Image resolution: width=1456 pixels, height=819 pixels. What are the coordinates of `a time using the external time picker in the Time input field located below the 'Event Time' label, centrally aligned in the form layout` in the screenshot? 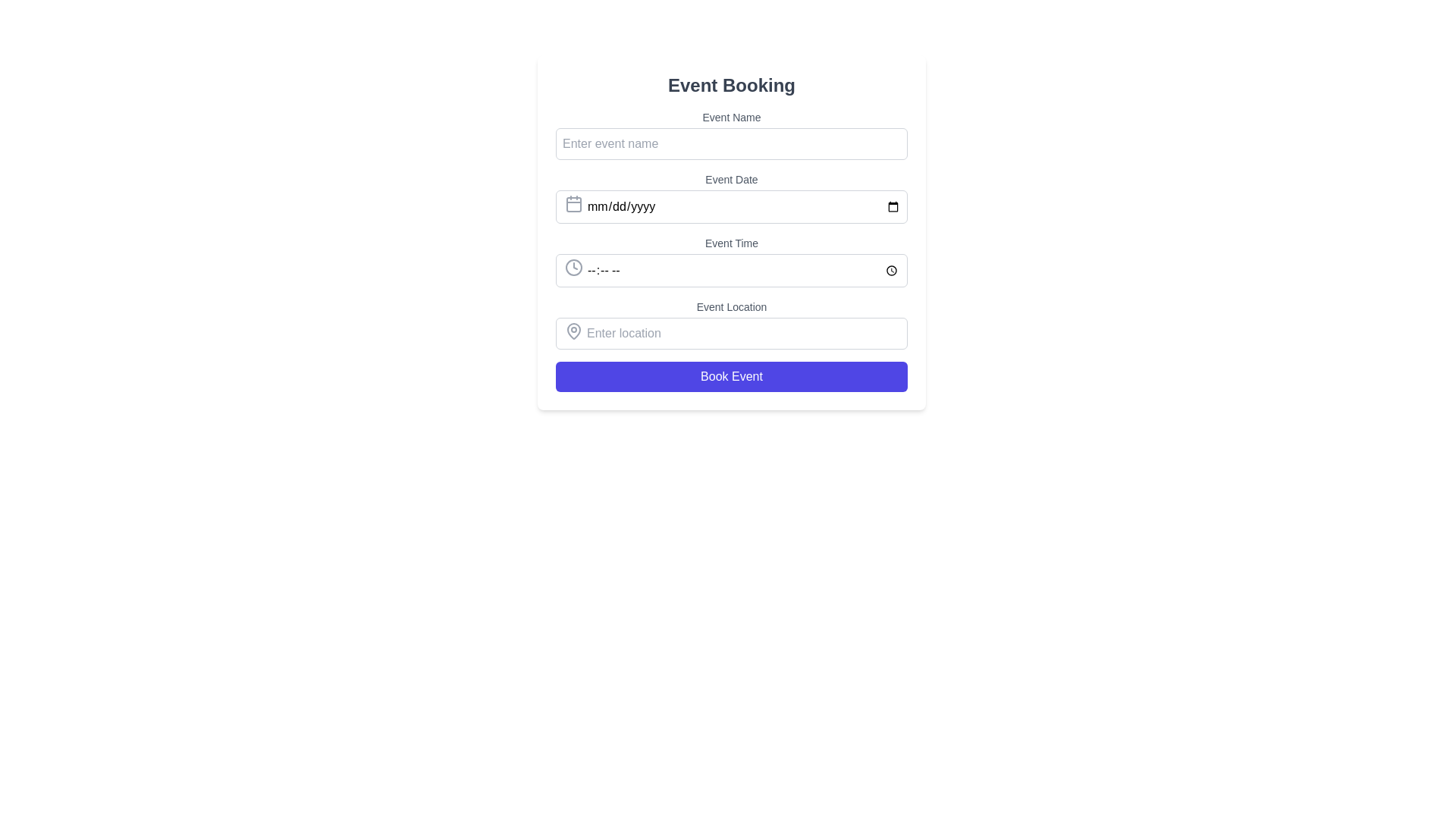 It's located at (731, 268).